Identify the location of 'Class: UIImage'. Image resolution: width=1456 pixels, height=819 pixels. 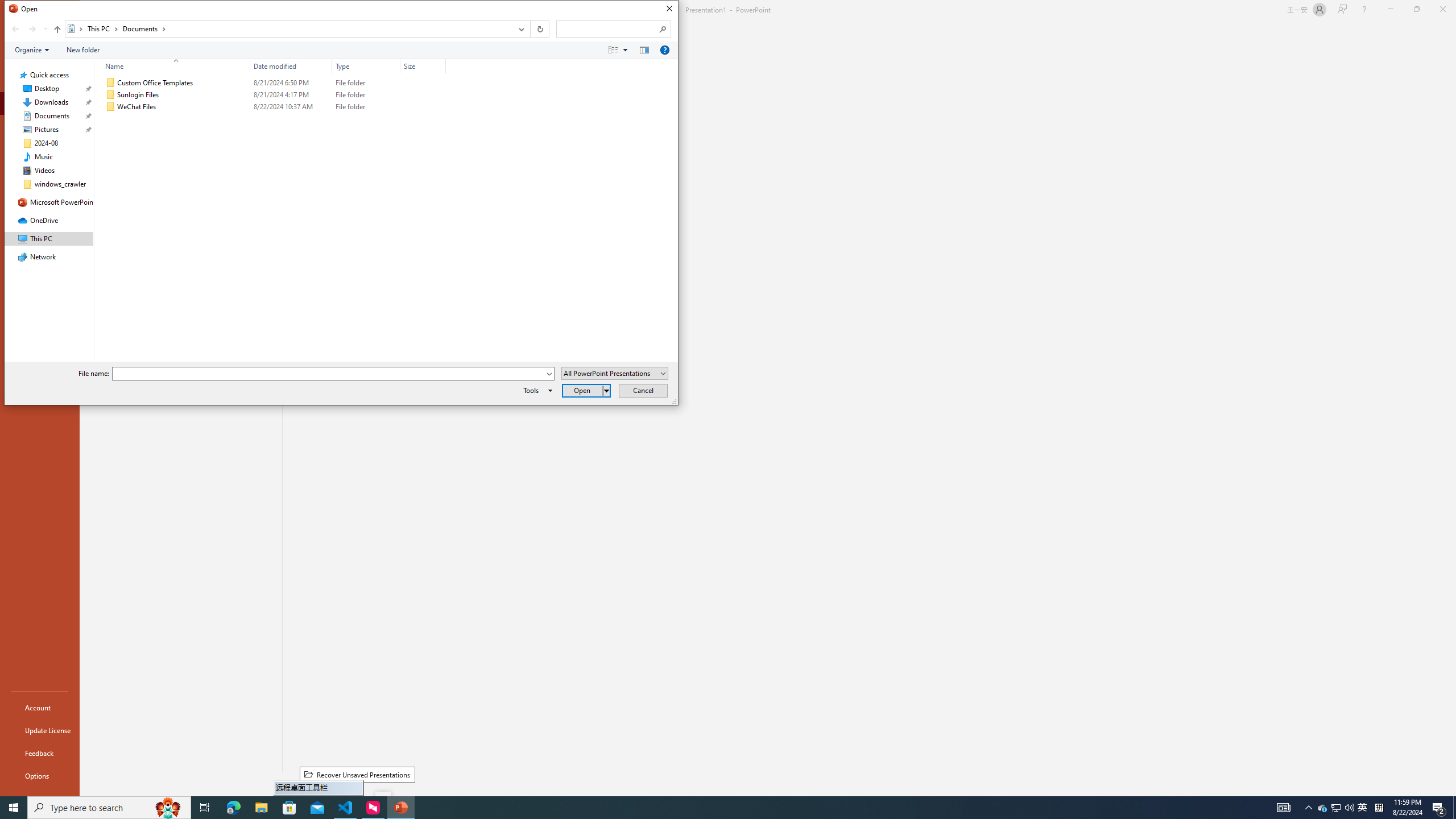
(111, 106).